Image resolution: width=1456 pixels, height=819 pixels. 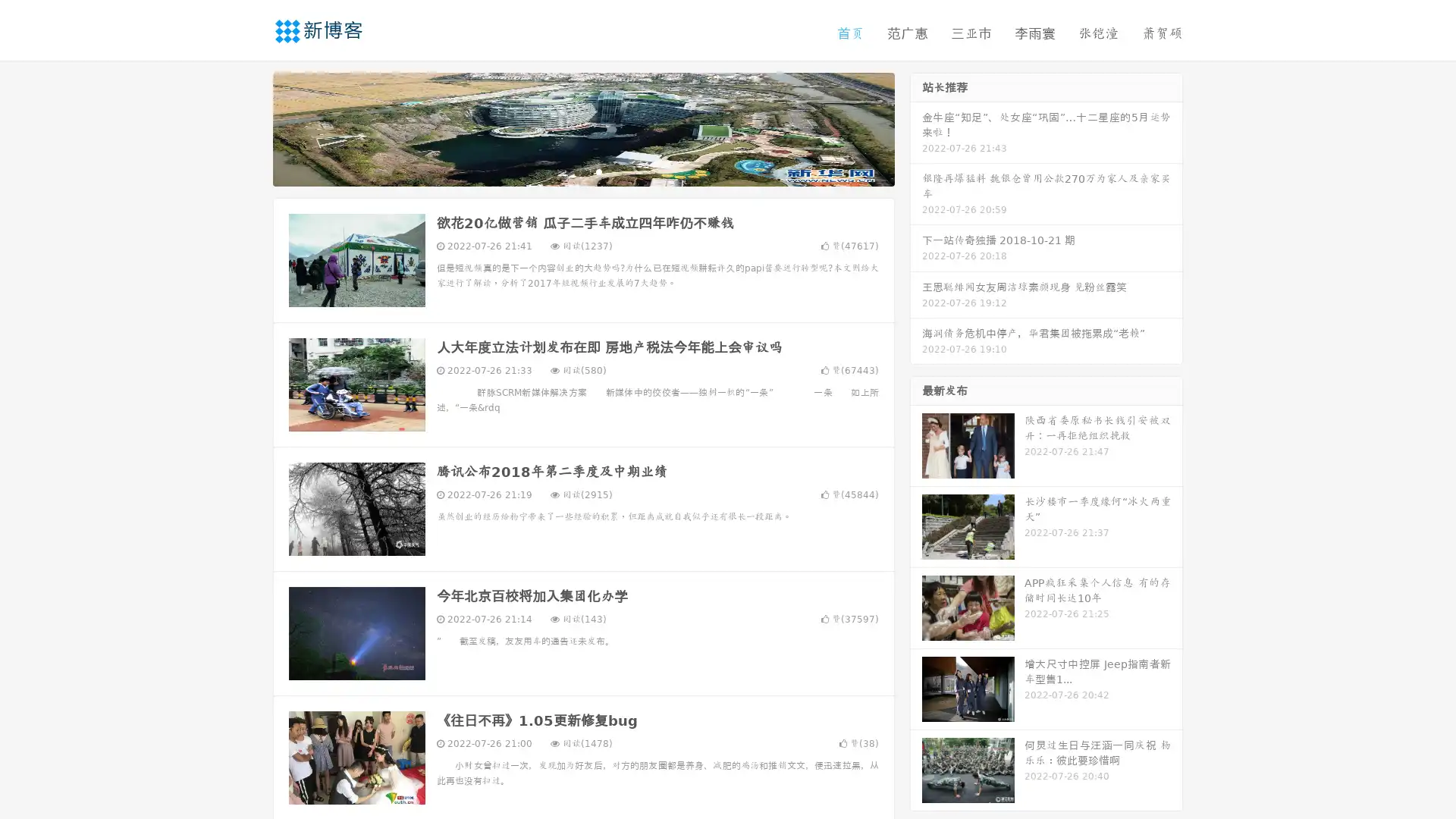 What do you see at coordinates (250, 127) in the screenshot?
I see `Previous slide` at bounding box center [250, 127].